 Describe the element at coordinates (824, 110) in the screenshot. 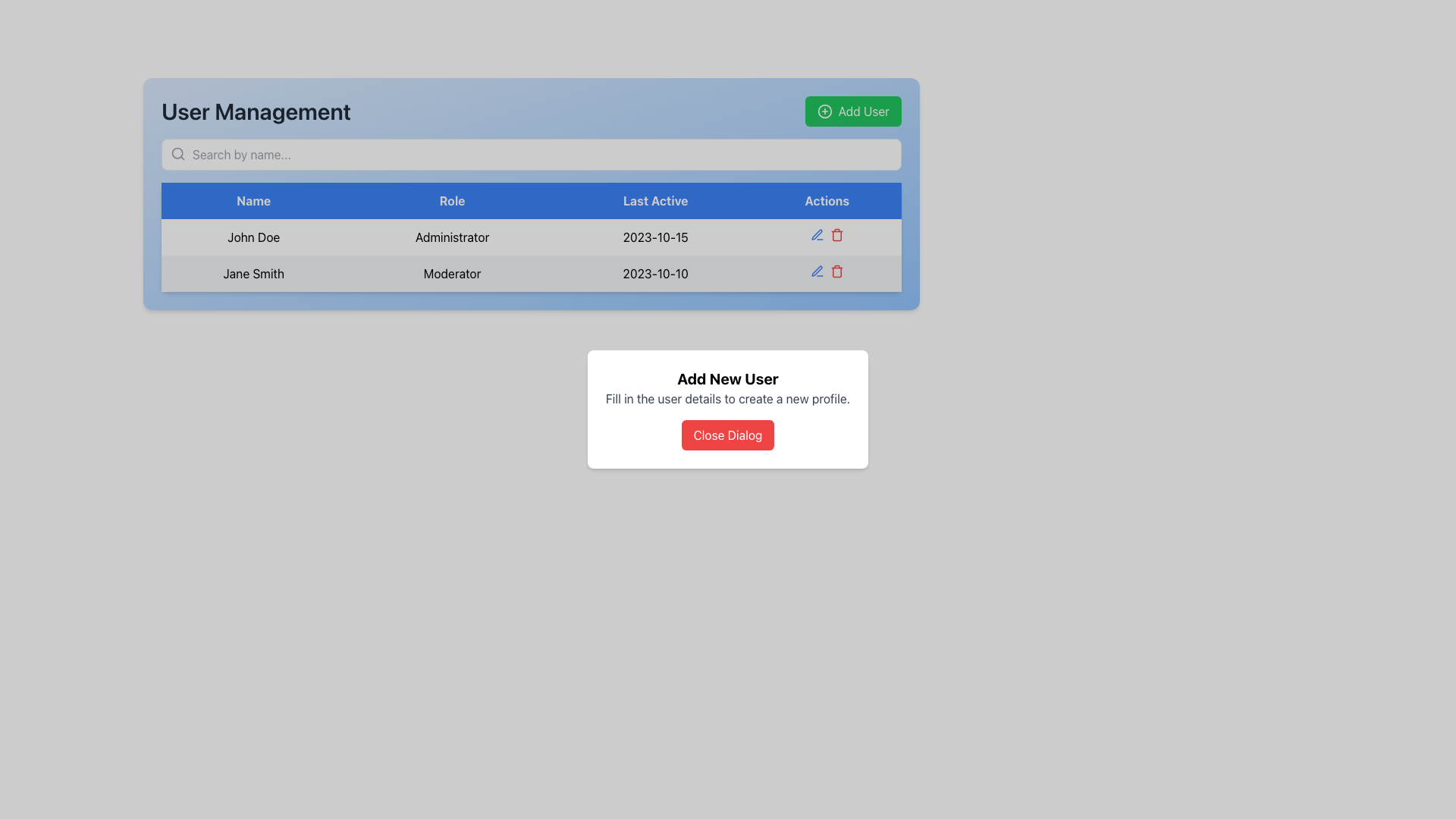

I see `the 'Add User' icon located at the top-right of the user management panel` at that location.